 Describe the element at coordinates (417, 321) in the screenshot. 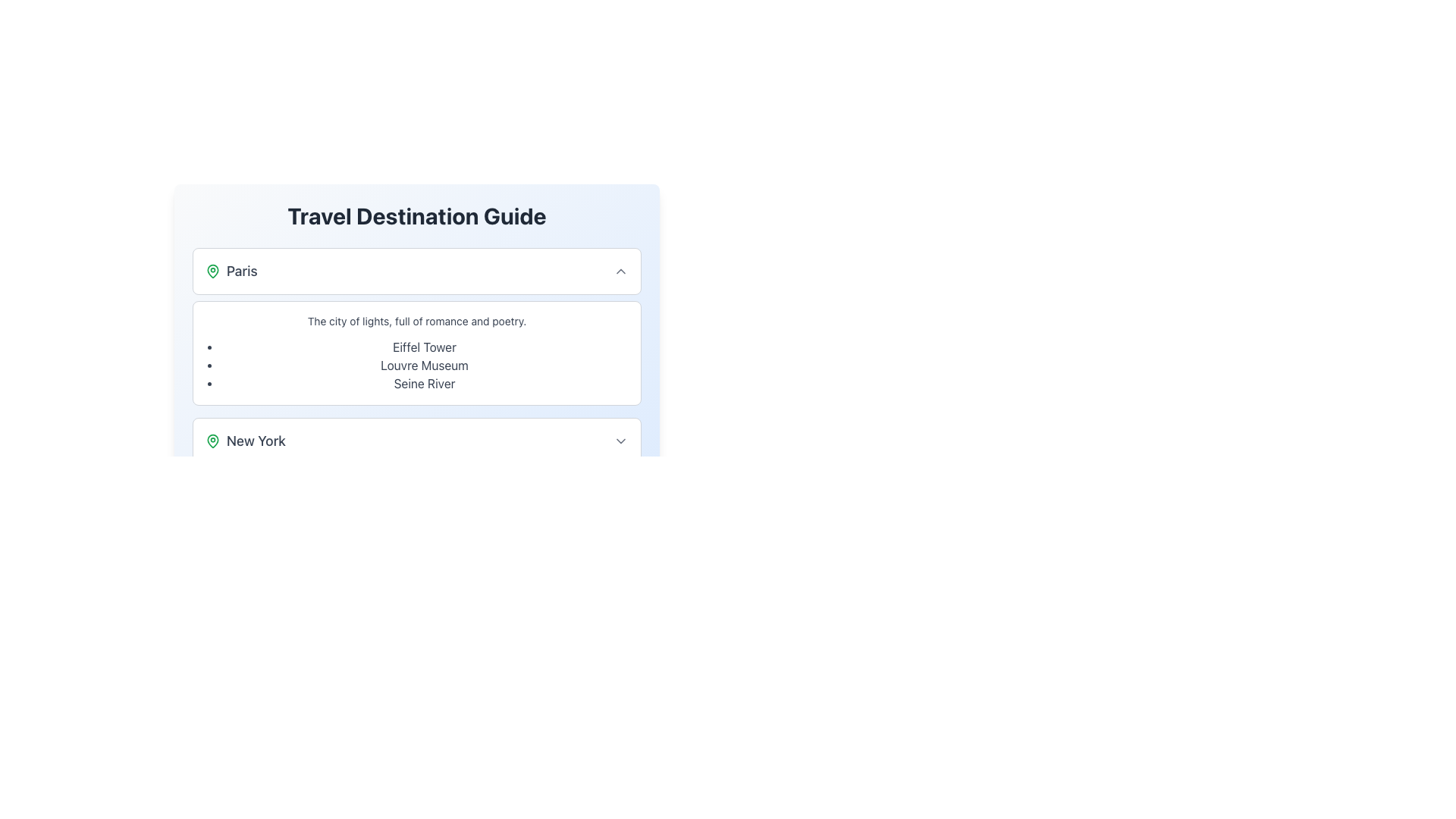

I see `the text element that reads 'The city of lights, full of romance and poetry.' which is styled in gray color and positioned above a bulleted list in the 'Travel Destination Guide' panel` at that location.